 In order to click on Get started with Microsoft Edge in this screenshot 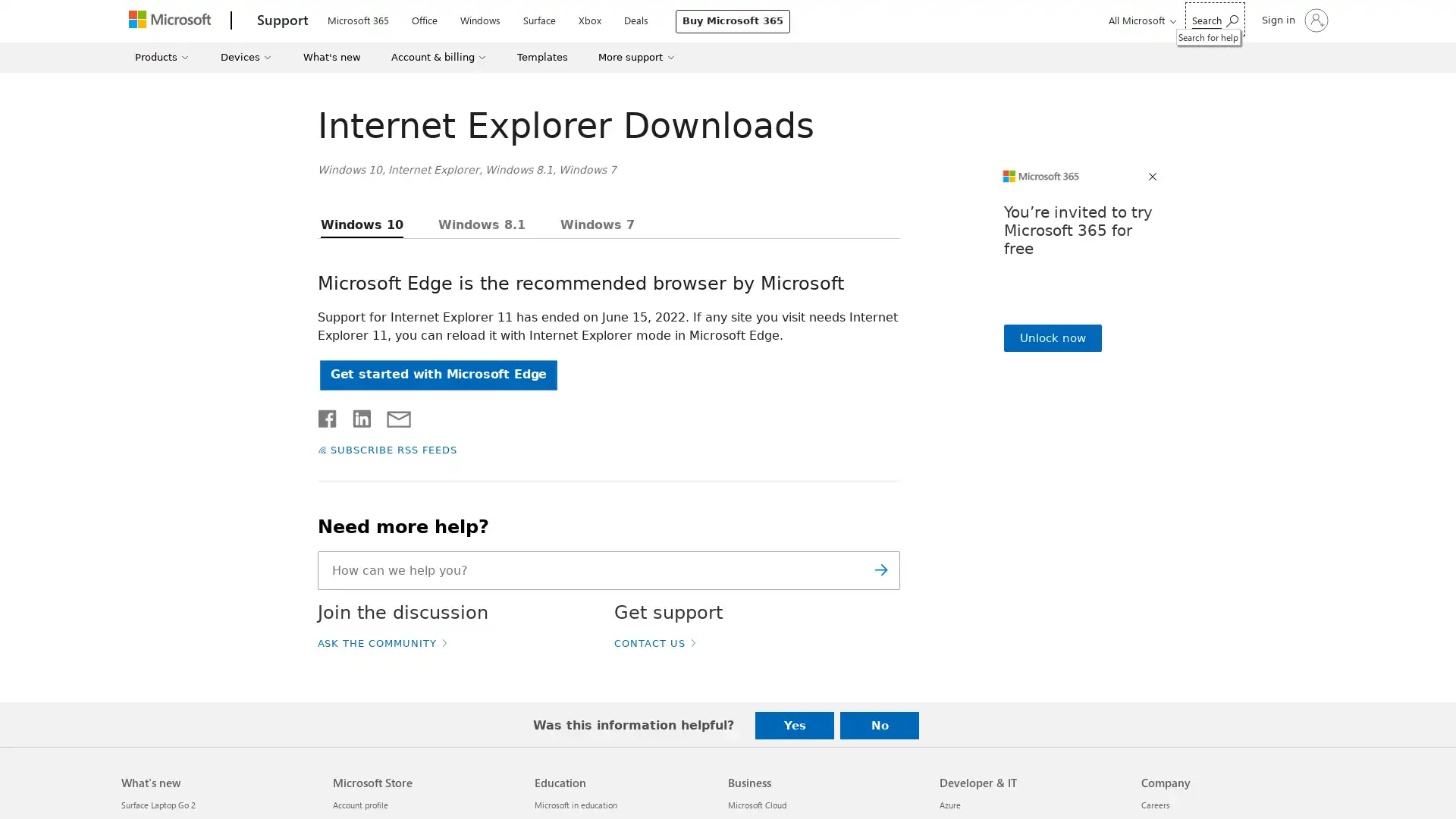, I will do `click(437, 375)`.